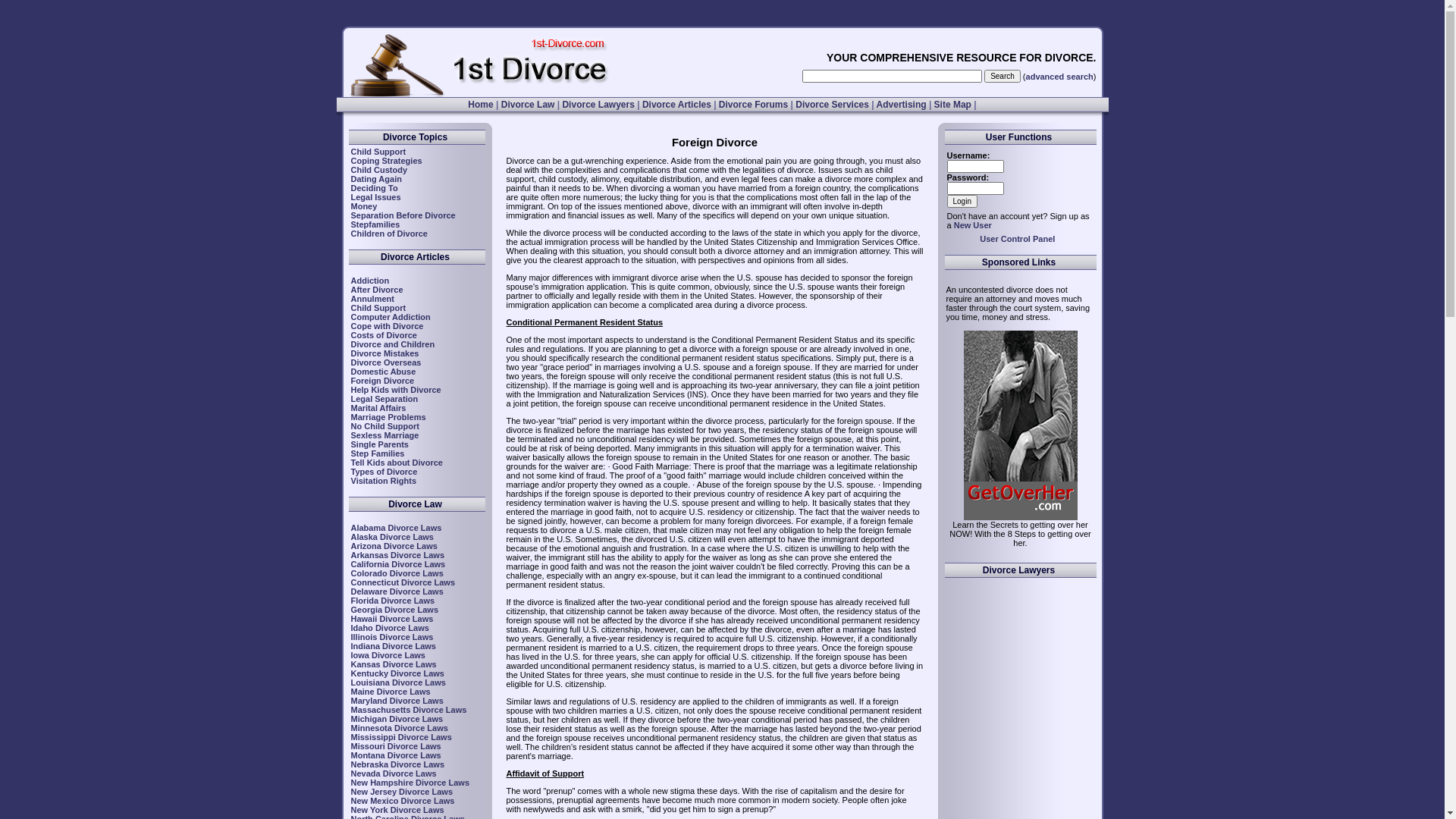  I want to click on 'Missouri Divorce Laws', so click(395, 745).